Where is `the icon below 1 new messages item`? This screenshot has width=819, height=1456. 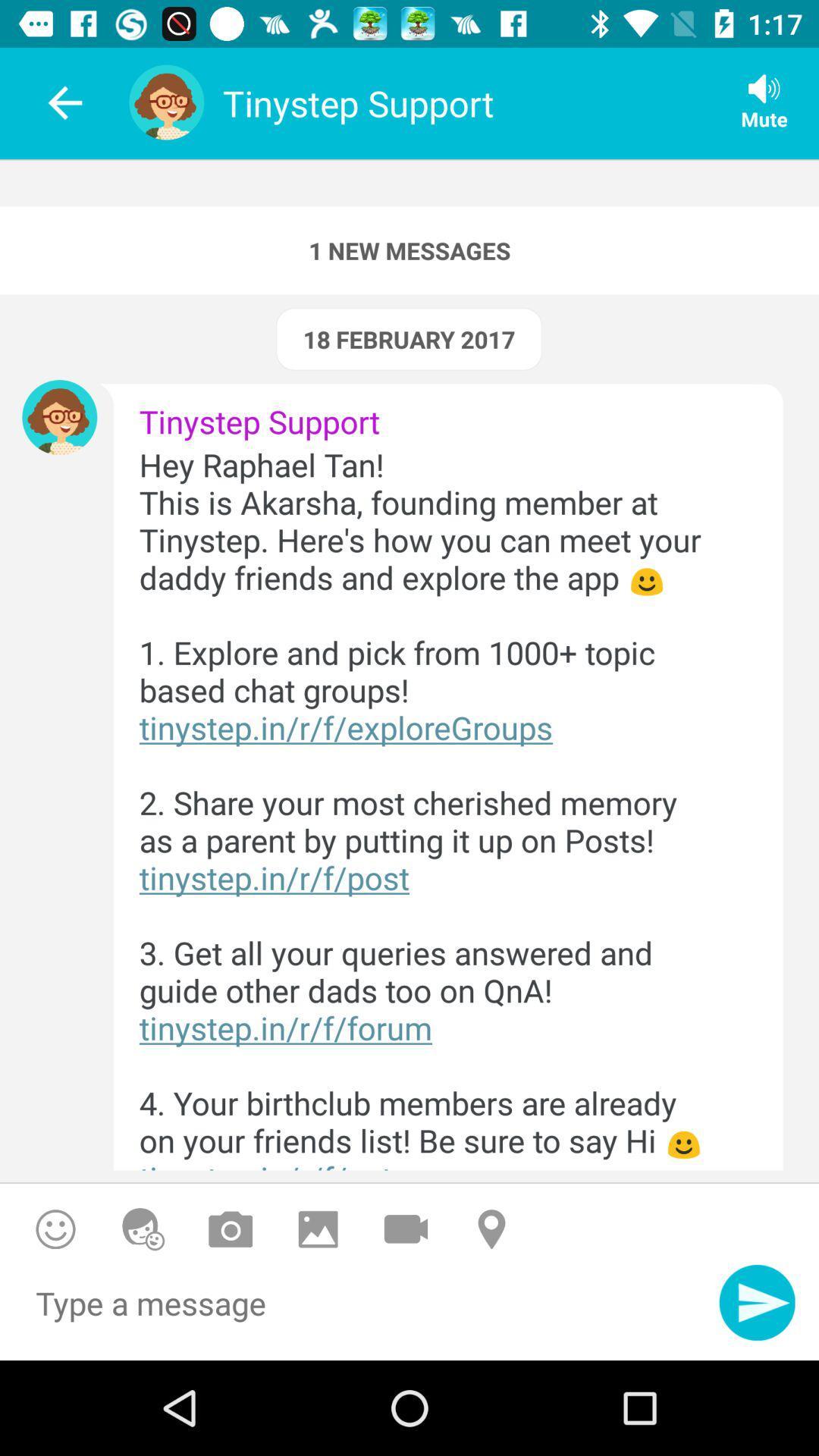
the icon below 1 new messages item is located at coordinates (408, 338).